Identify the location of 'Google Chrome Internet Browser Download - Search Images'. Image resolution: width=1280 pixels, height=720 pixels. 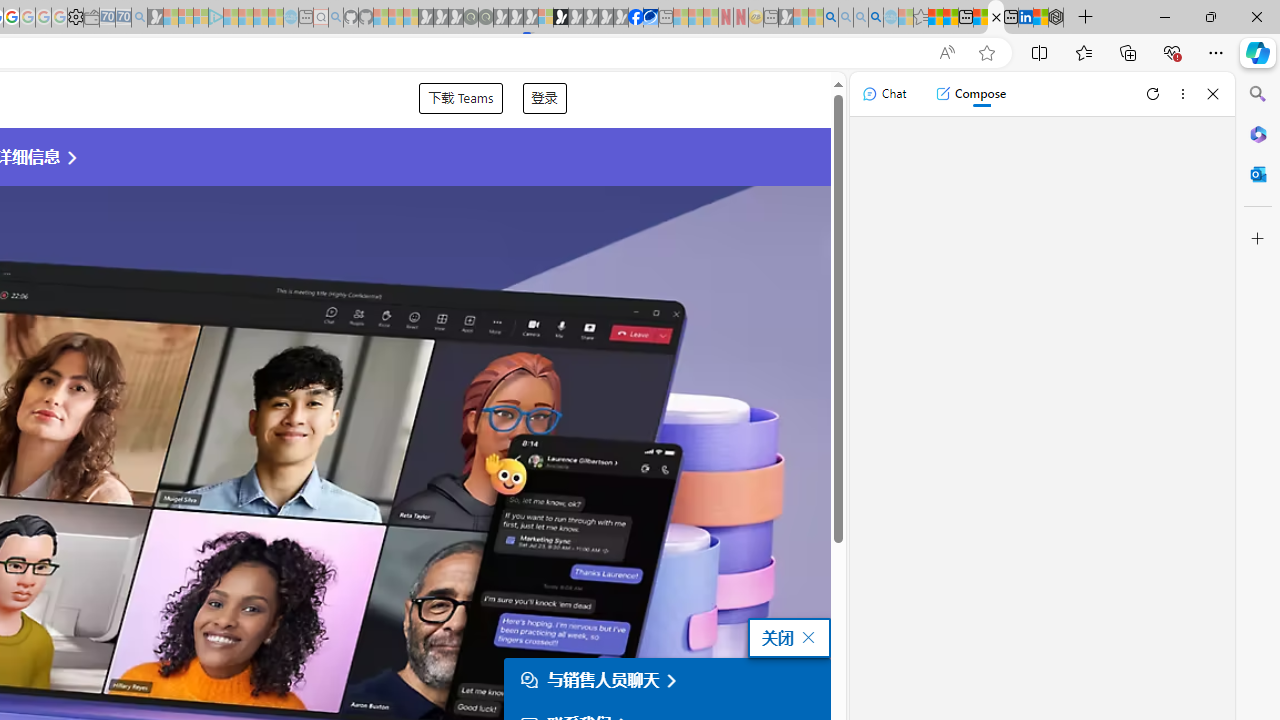
(876, 17).